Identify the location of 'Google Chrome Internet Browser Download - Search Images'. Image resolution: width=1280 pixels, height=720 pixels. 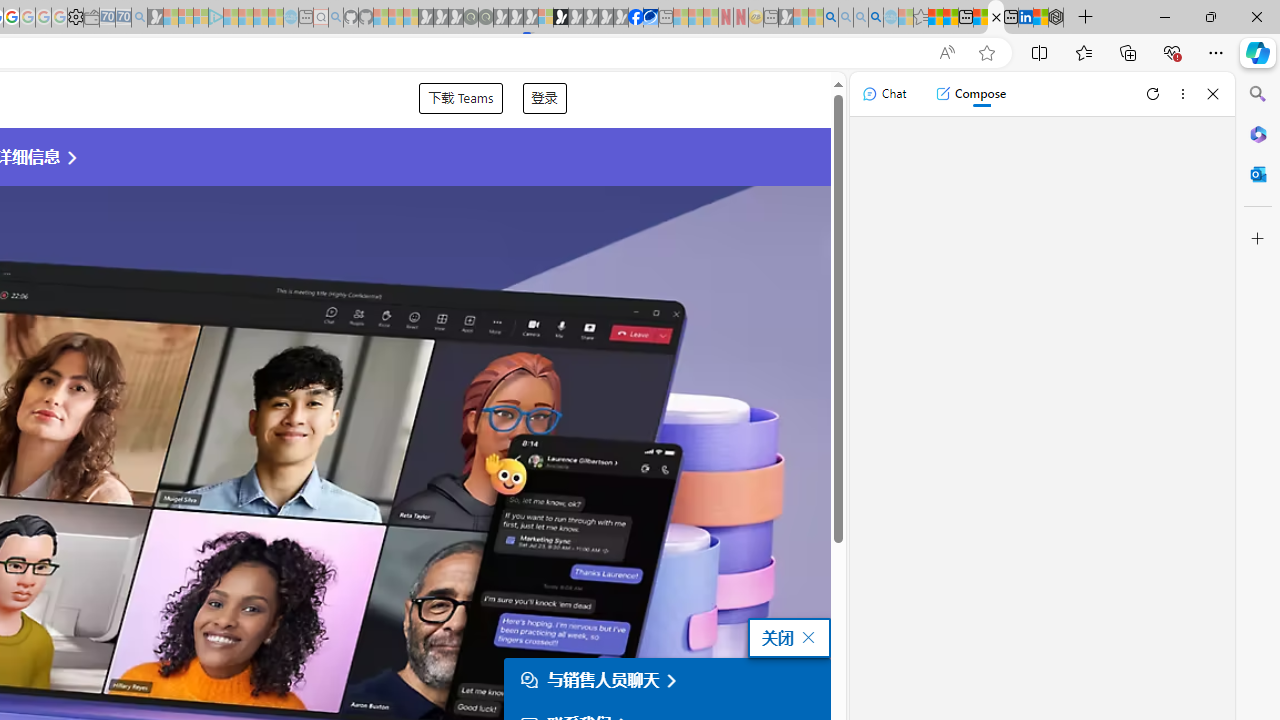
(876, 17).